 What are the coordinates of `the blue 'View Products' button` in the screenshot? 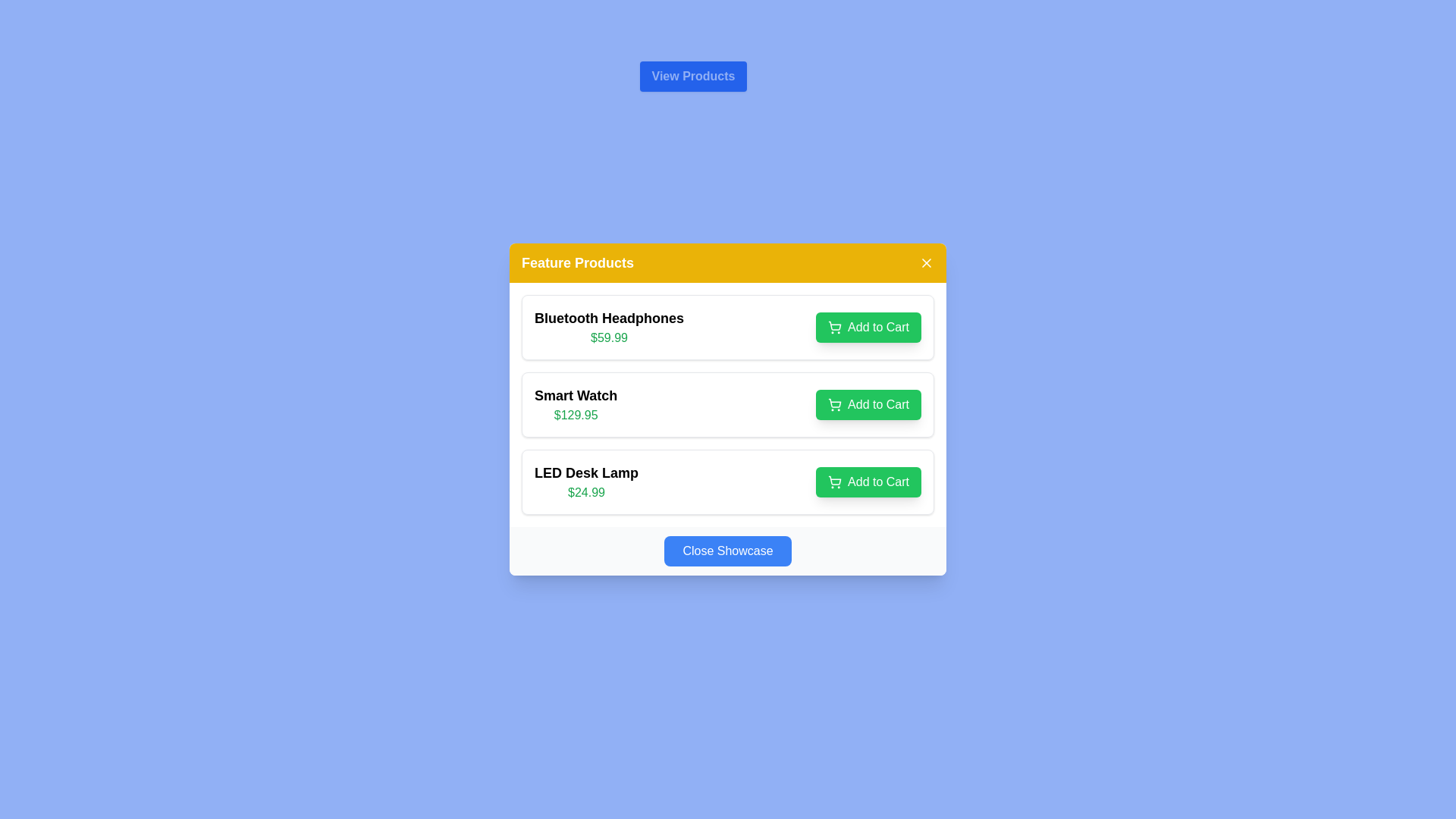 It's located at (692, 76).